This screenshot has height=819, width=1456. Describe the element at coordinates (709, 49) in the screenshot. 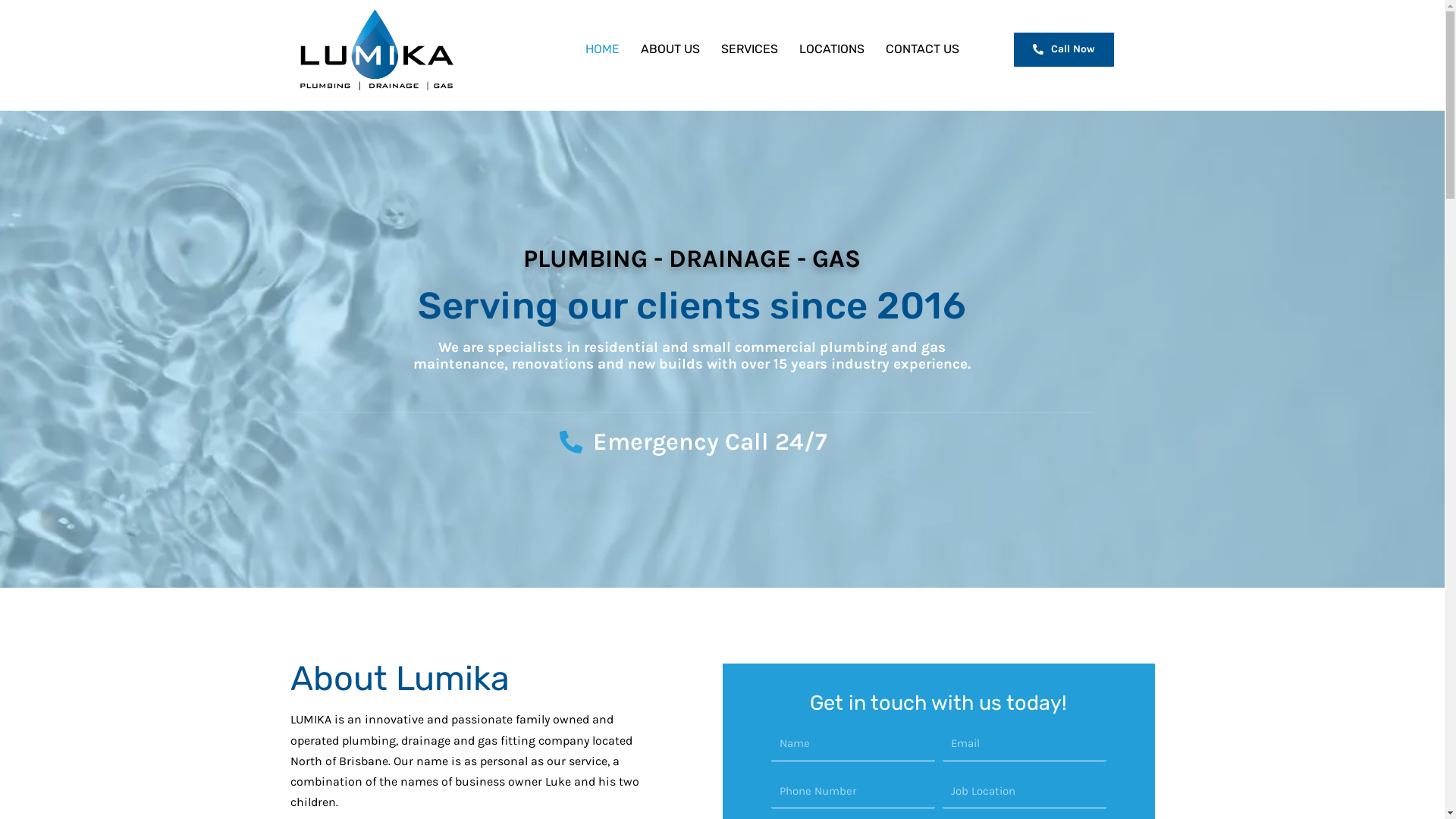

I see `'SERVICES'` at that location.